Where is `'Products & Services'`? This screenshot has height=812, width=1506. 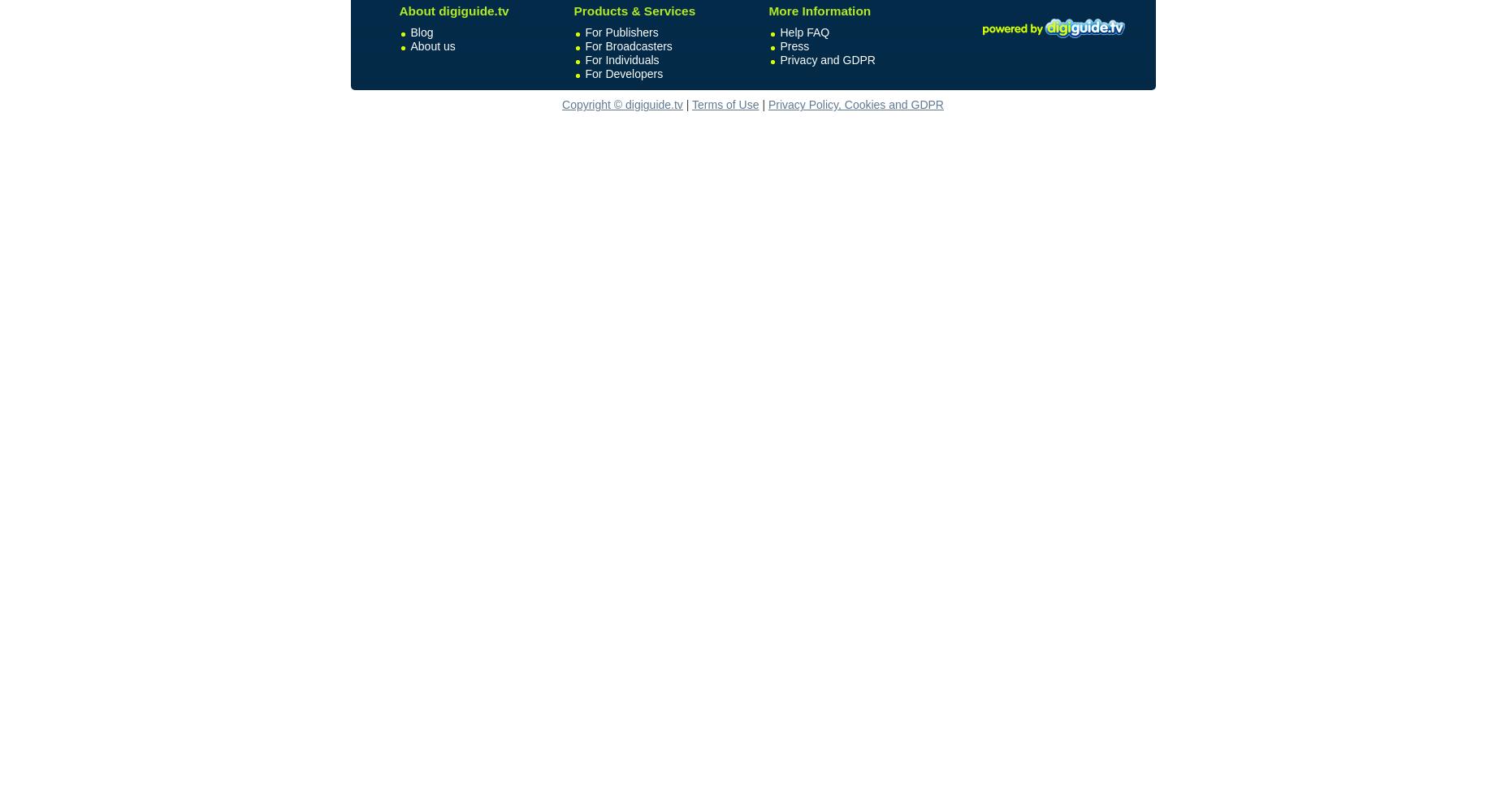
'Products & Services' is located at coordinates (634, 10).